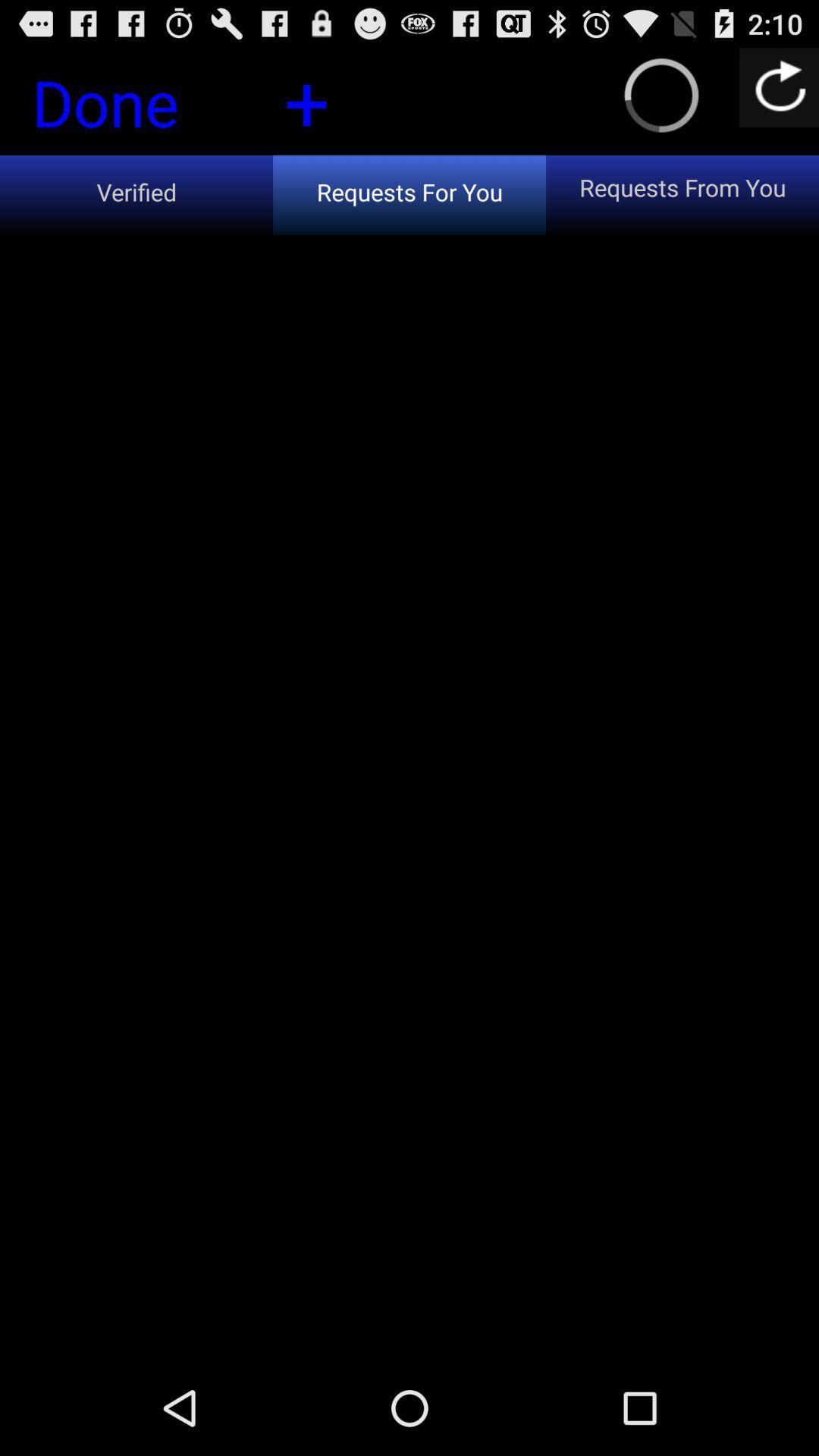 The width and height of the screenshot is (819, 1456). What do you see at coordinates (306, 99) in the screenshot?
I see `the icon to the left of the requests from you icon` at bounding box center [306, 99].